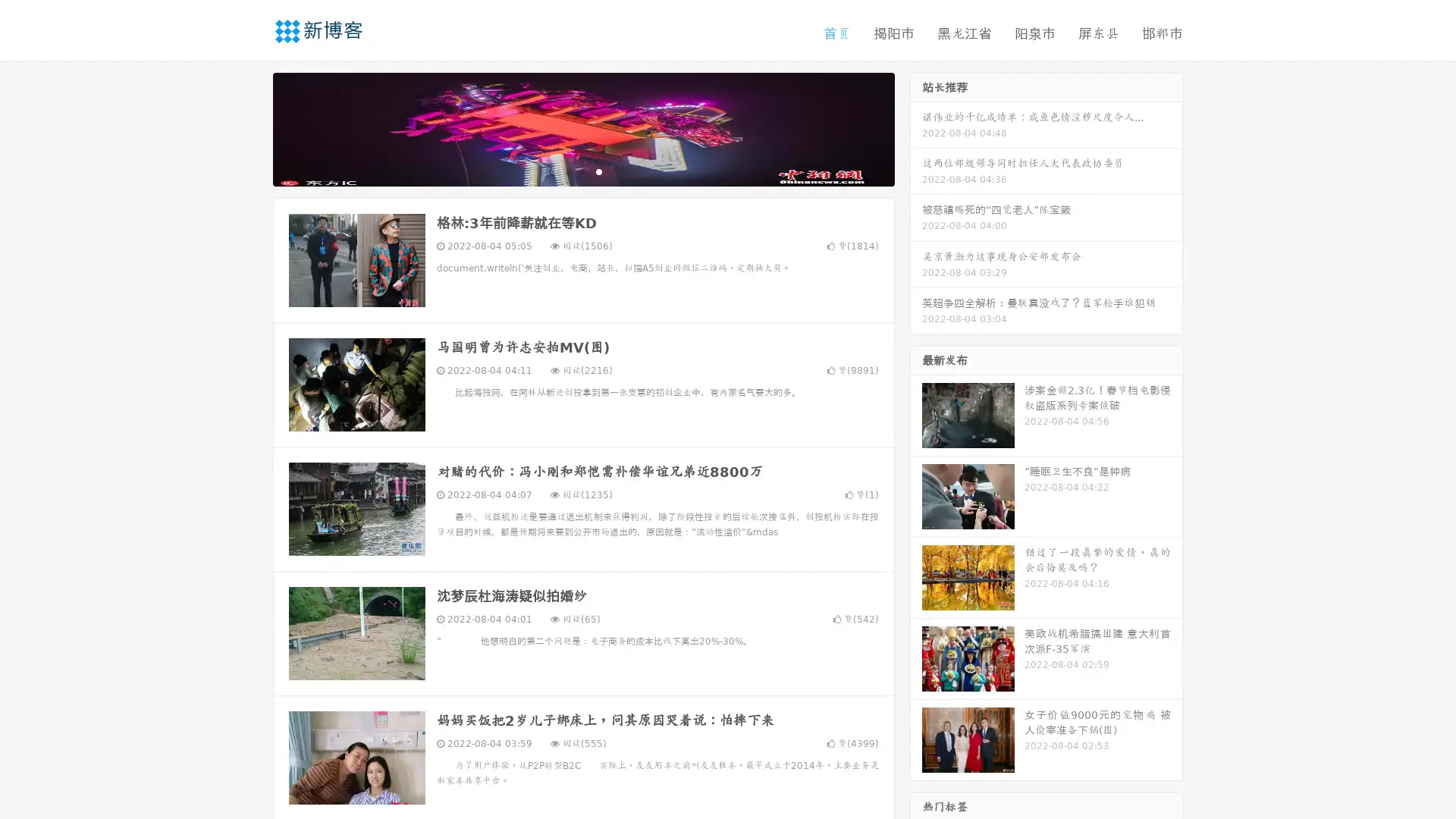 The height and width of the screenshot is (819, 1456). Describe the element at coordinates (582, 171) in the screenshot. I see `Go to slide 2` at that location.